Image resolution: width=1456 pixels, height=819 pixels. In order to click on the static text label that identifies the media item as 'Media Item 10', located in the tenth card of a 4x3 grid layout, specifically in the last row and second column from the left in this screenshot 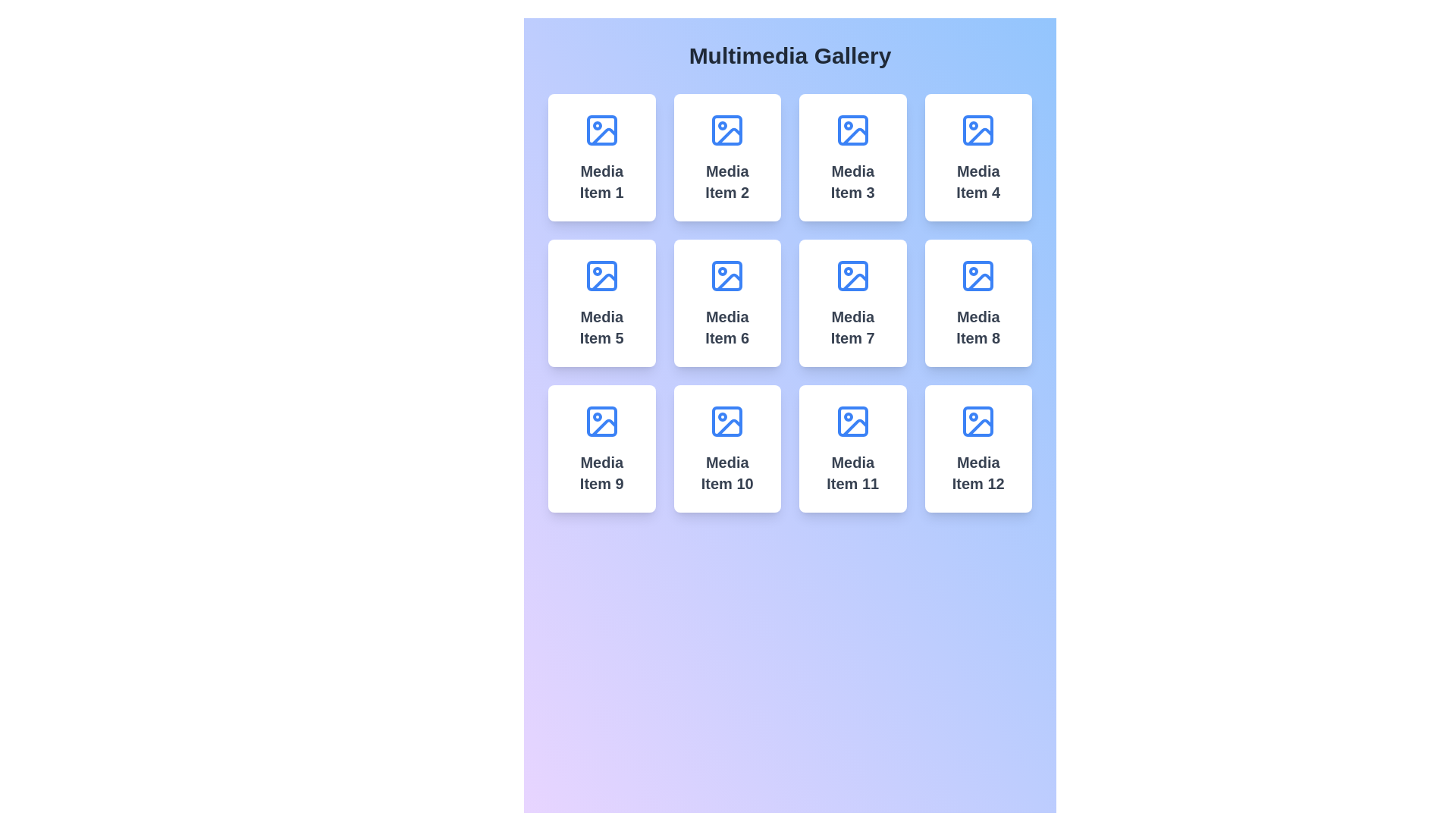, I will do `click(726, 472)`.